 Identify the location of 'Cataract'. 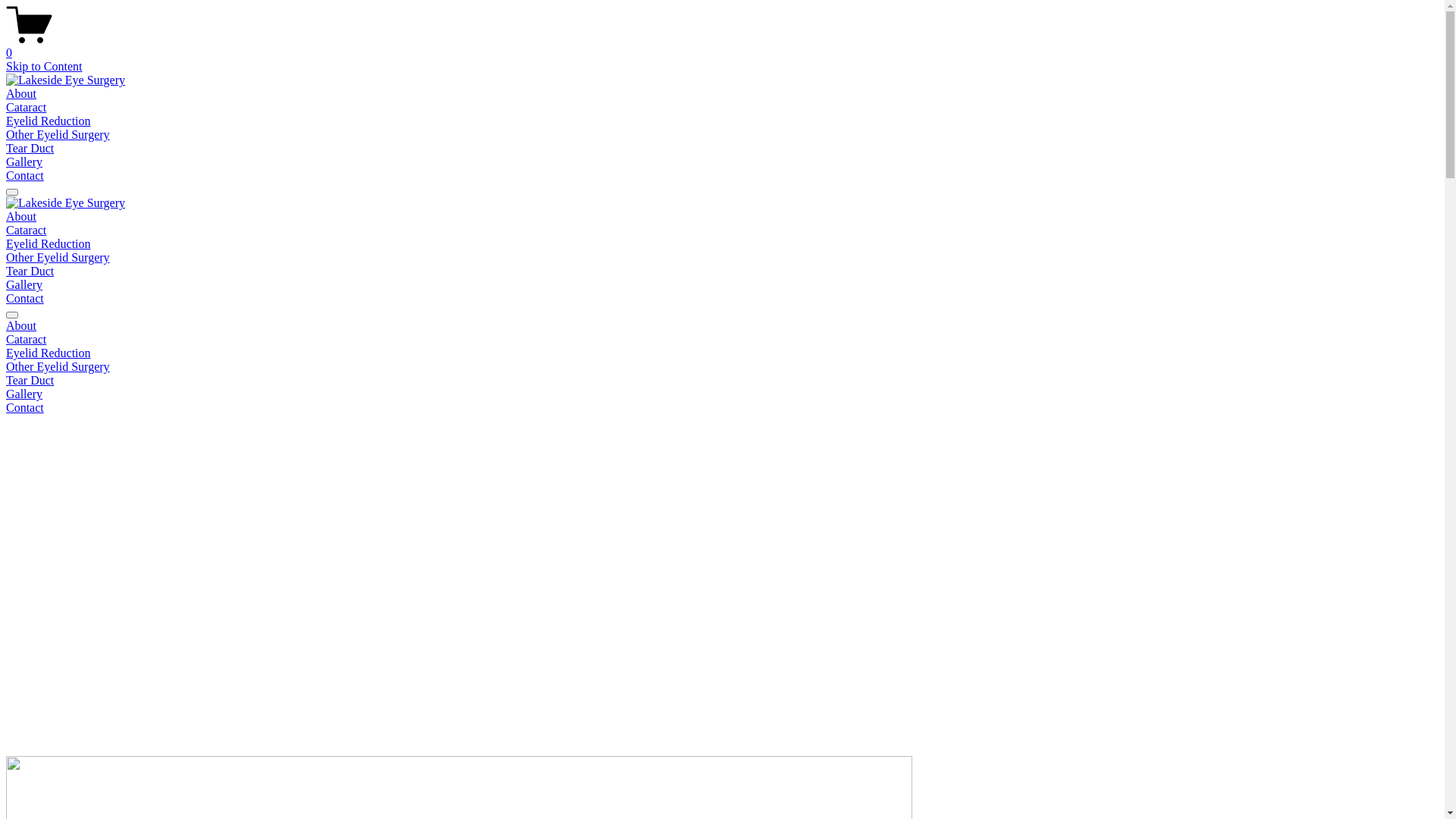
(26, 230).